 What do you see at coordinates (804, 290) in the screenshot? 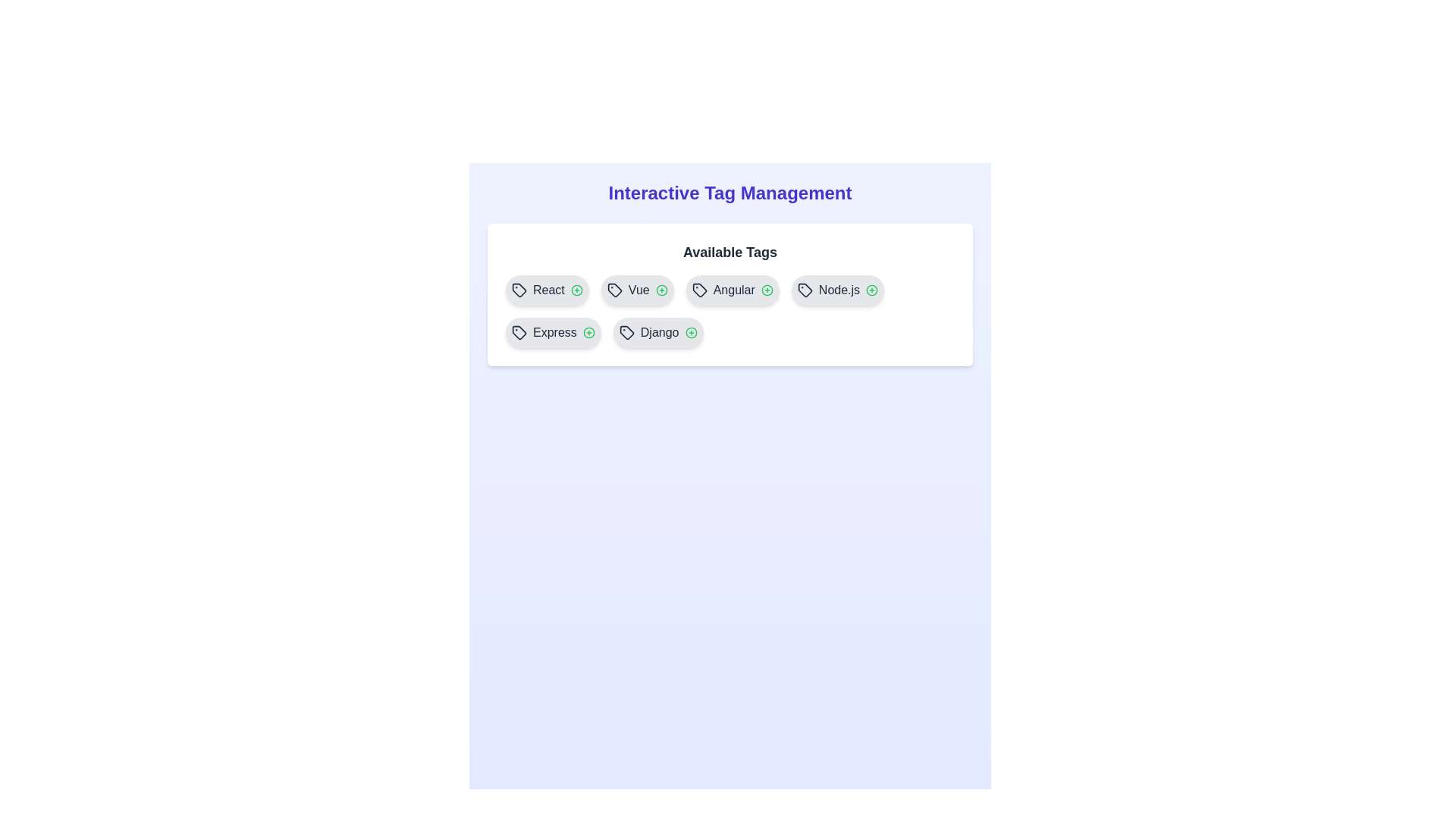
I see `the tag icon representing 'Node.js'` at bounding box center [804, 290].